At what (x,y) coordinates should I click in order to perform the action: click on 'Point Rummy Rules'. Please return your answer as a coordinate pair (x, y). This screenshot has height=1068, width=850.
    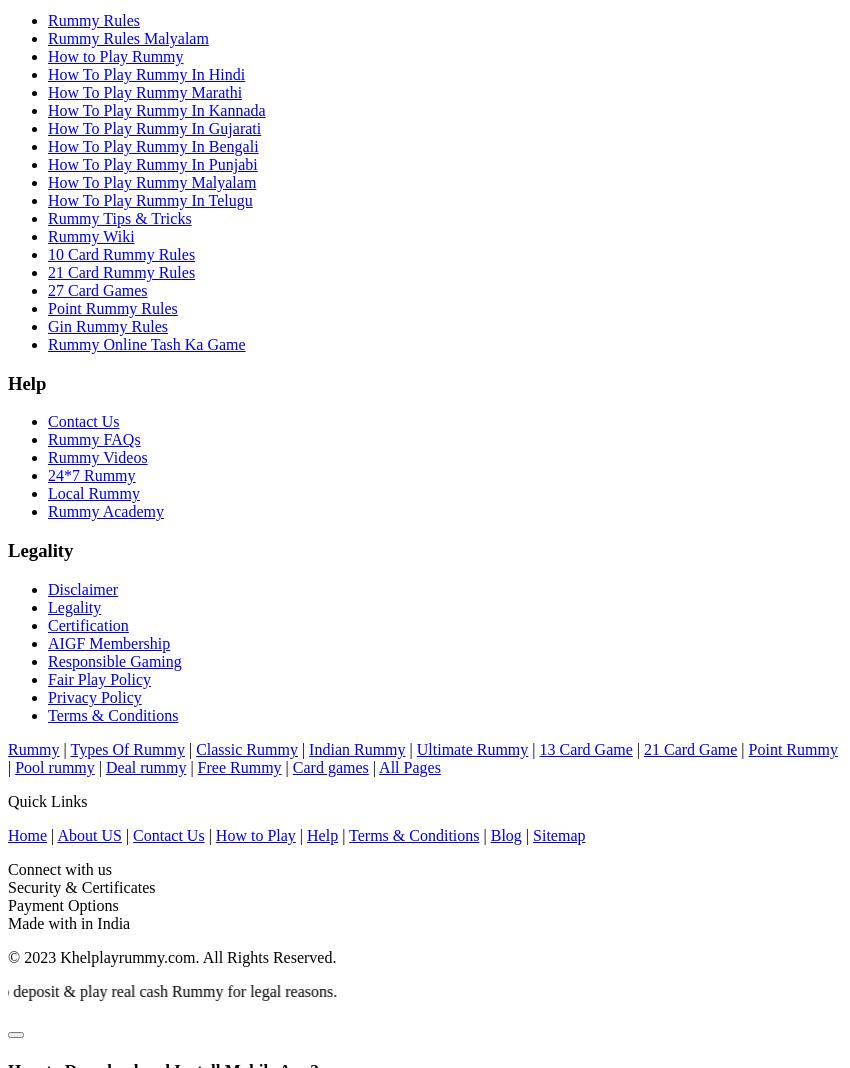
    Looking at the image, I should click on (48, 306).